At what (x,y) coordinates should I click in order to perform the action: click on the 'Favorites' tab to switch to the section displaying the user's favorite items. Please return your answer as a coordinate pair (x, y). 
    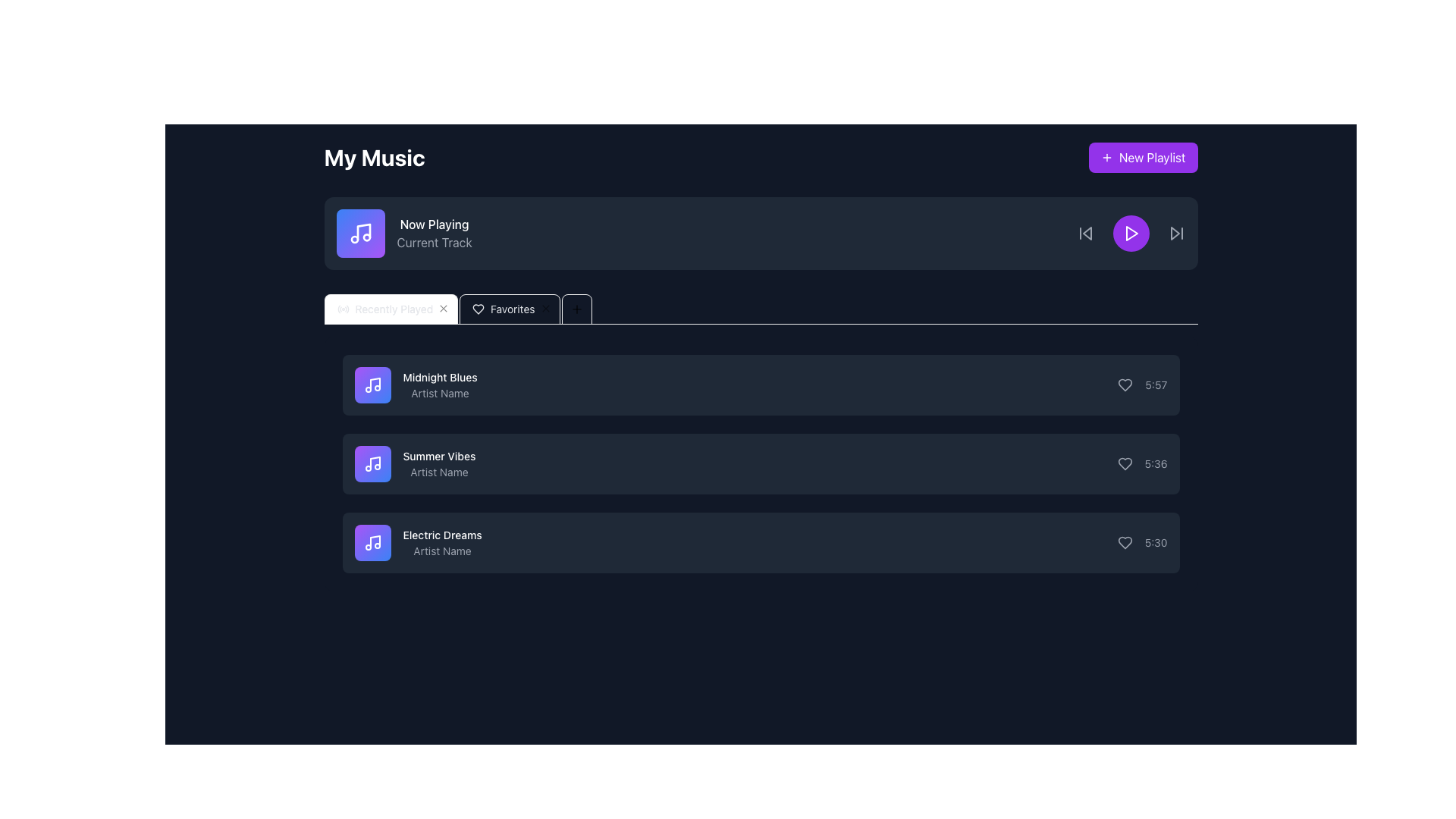
    Looking at the image, I should click on (510, 309).